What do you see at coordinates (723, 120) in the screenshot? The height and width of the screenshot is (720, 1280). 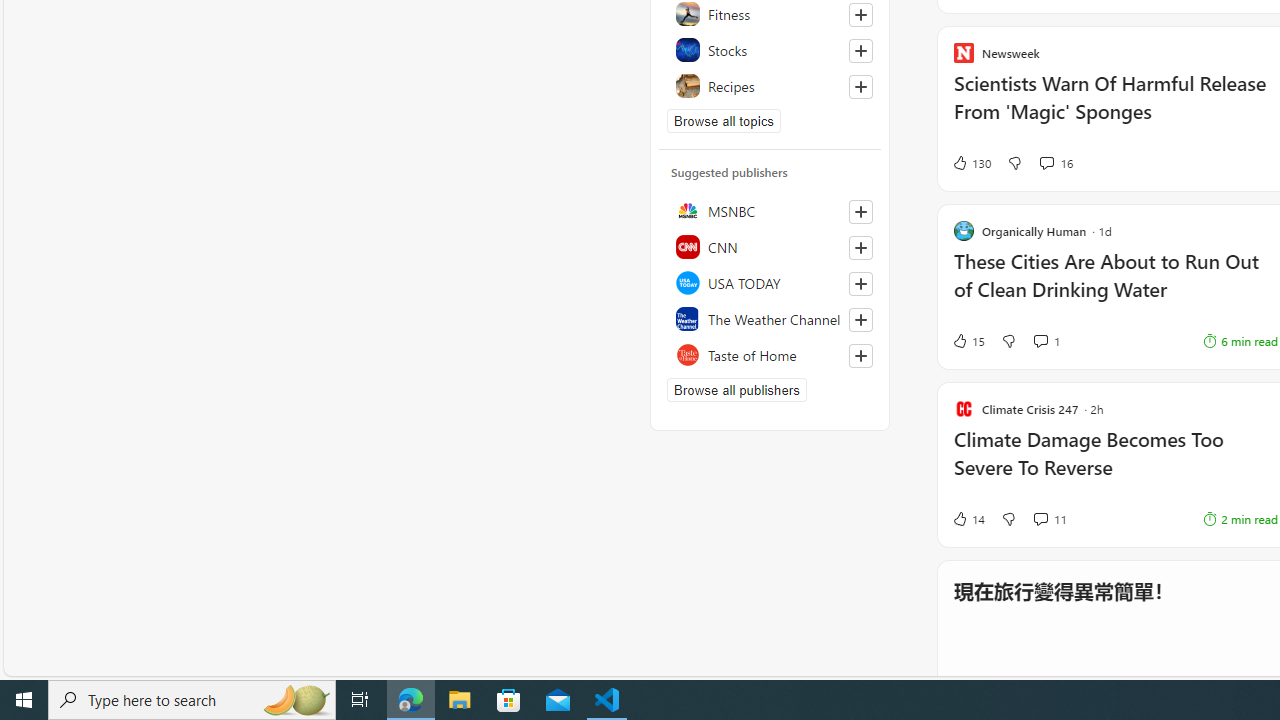 I see `'Browse all topics'` at bounding box center [723, 120].